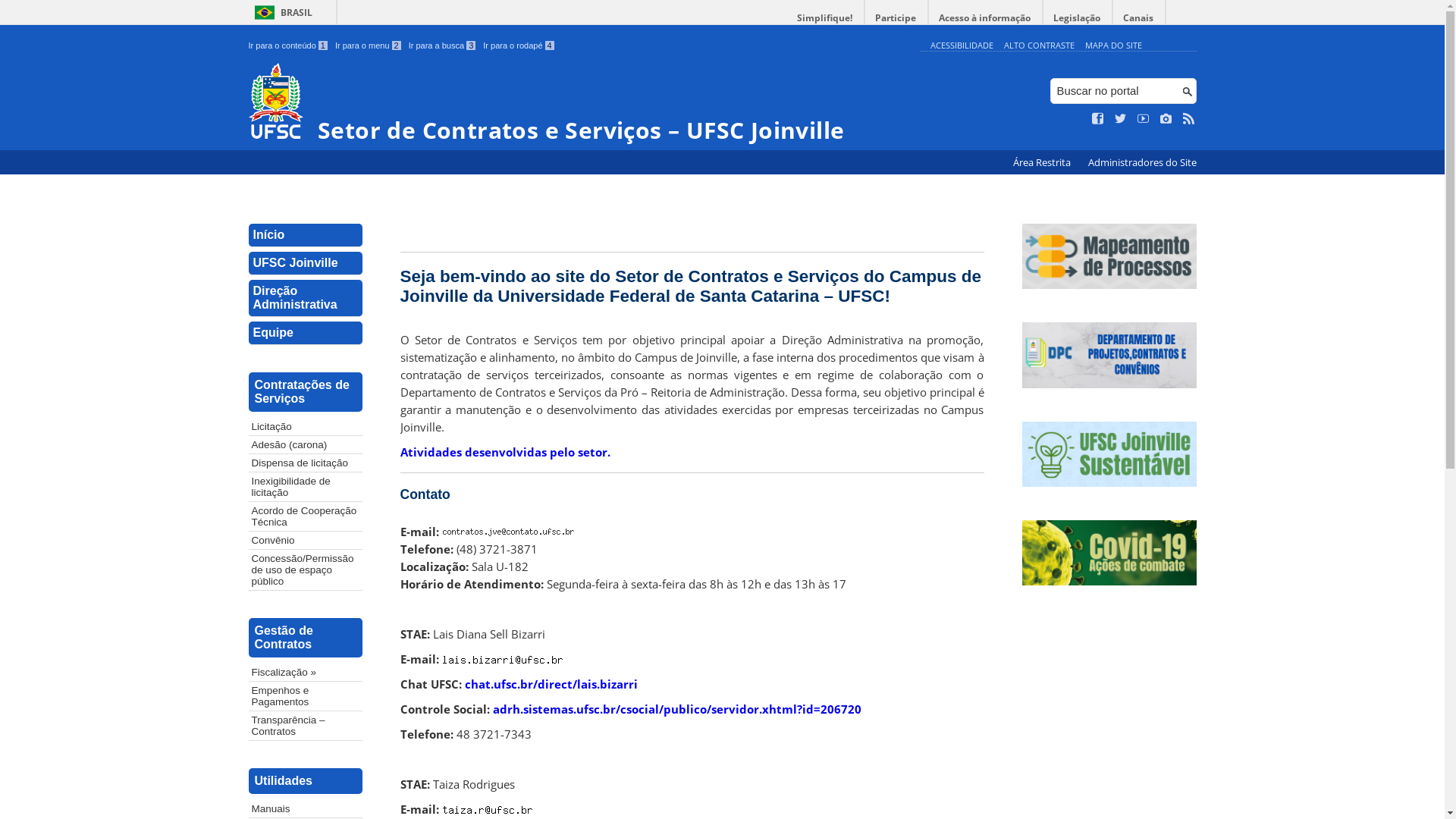  Describe the element at coordinates (305, 332) in the screenshot. I see `'Equipe'` at that location.